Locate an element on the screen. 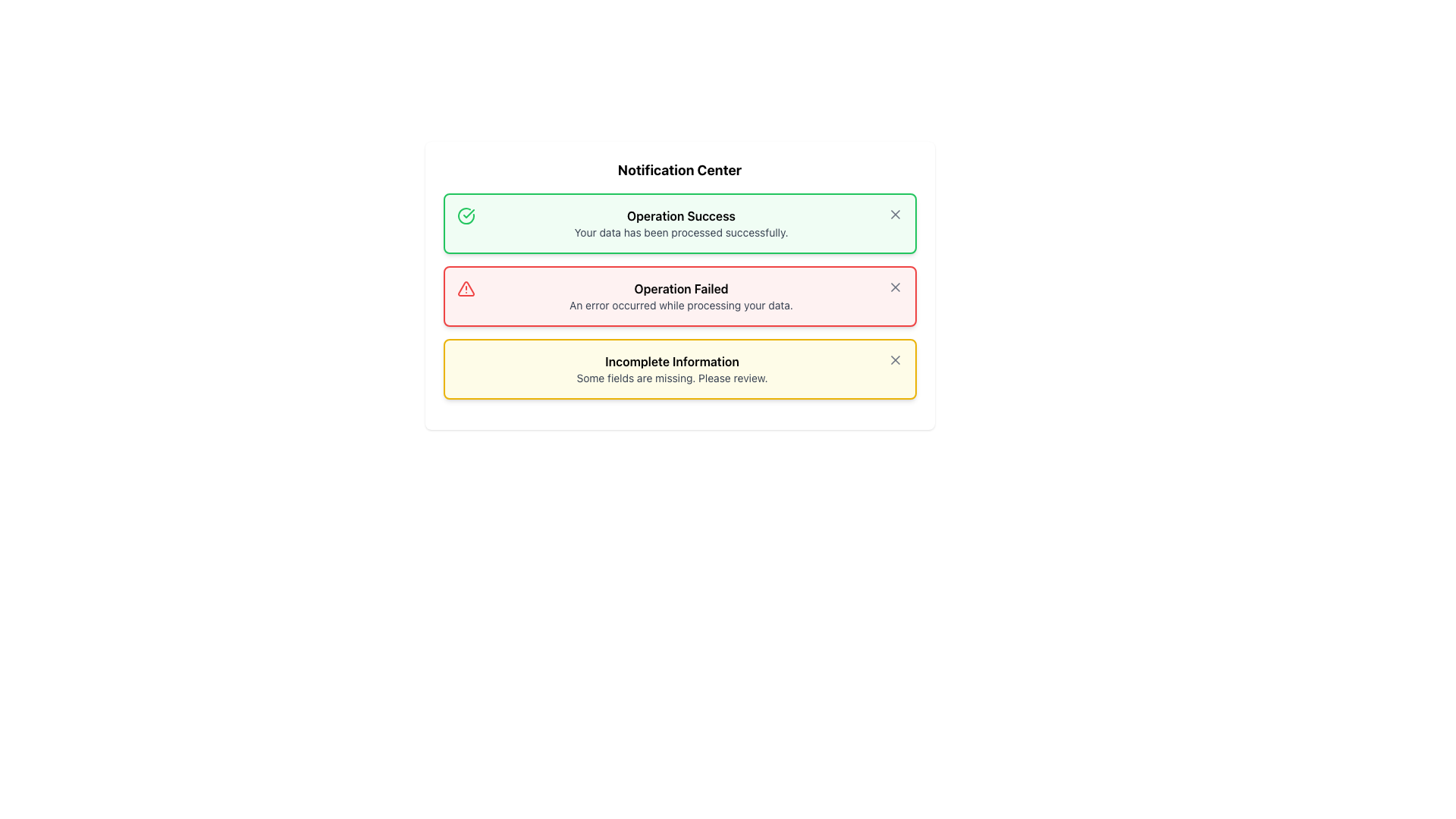 The image size is (1456, 819). the checkmark icon within the 'Operation Success' notification box, which indicates a successful operation is located at coordinates (468, 213).